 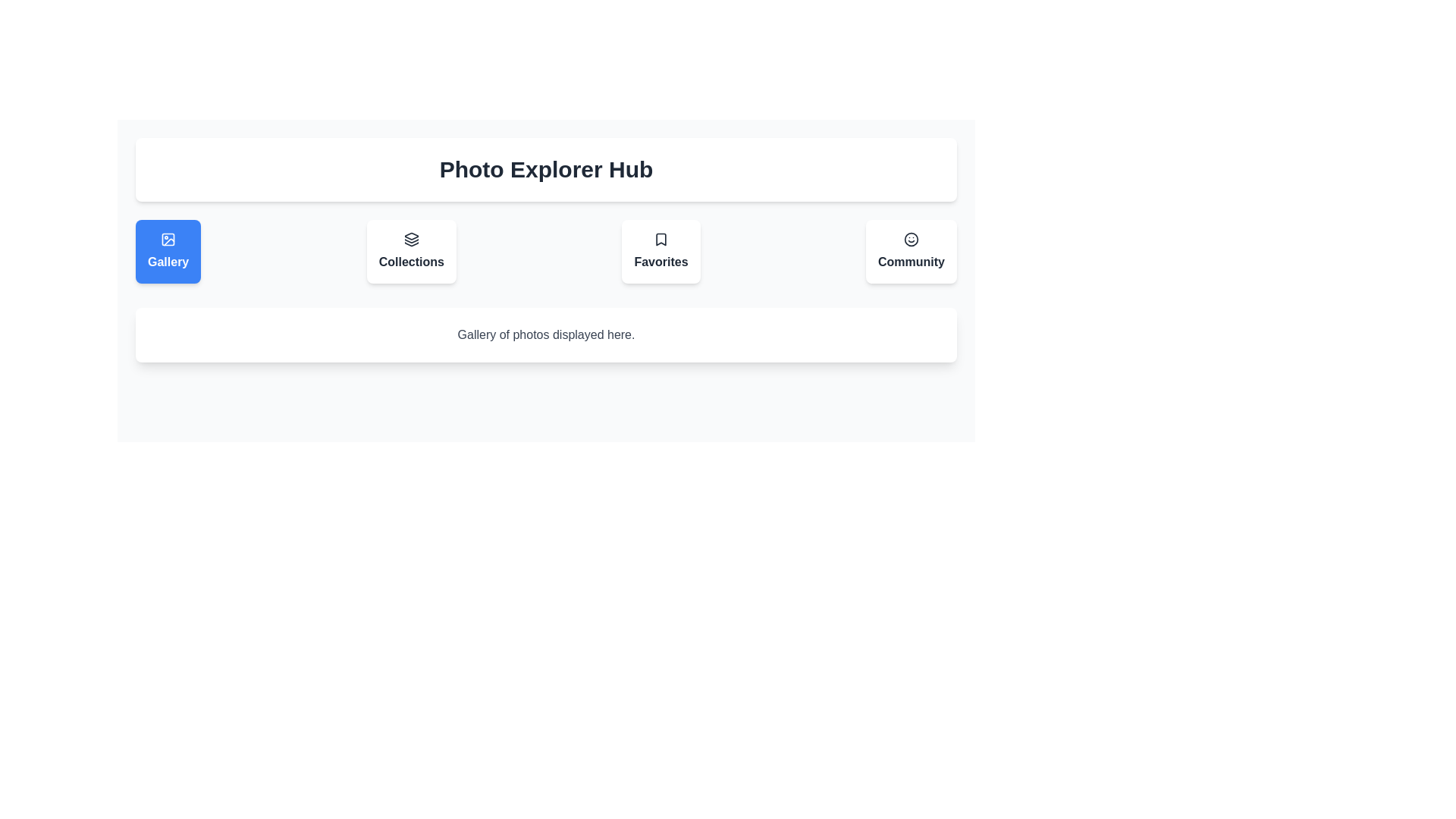 I want to click on the design of the 'Favorites' icon, which is the second selectable option beneath the 'Photo Explorer Hub' title, positioned between the 'Collections' and 'Community' buttons, so click(x=661, y=239).